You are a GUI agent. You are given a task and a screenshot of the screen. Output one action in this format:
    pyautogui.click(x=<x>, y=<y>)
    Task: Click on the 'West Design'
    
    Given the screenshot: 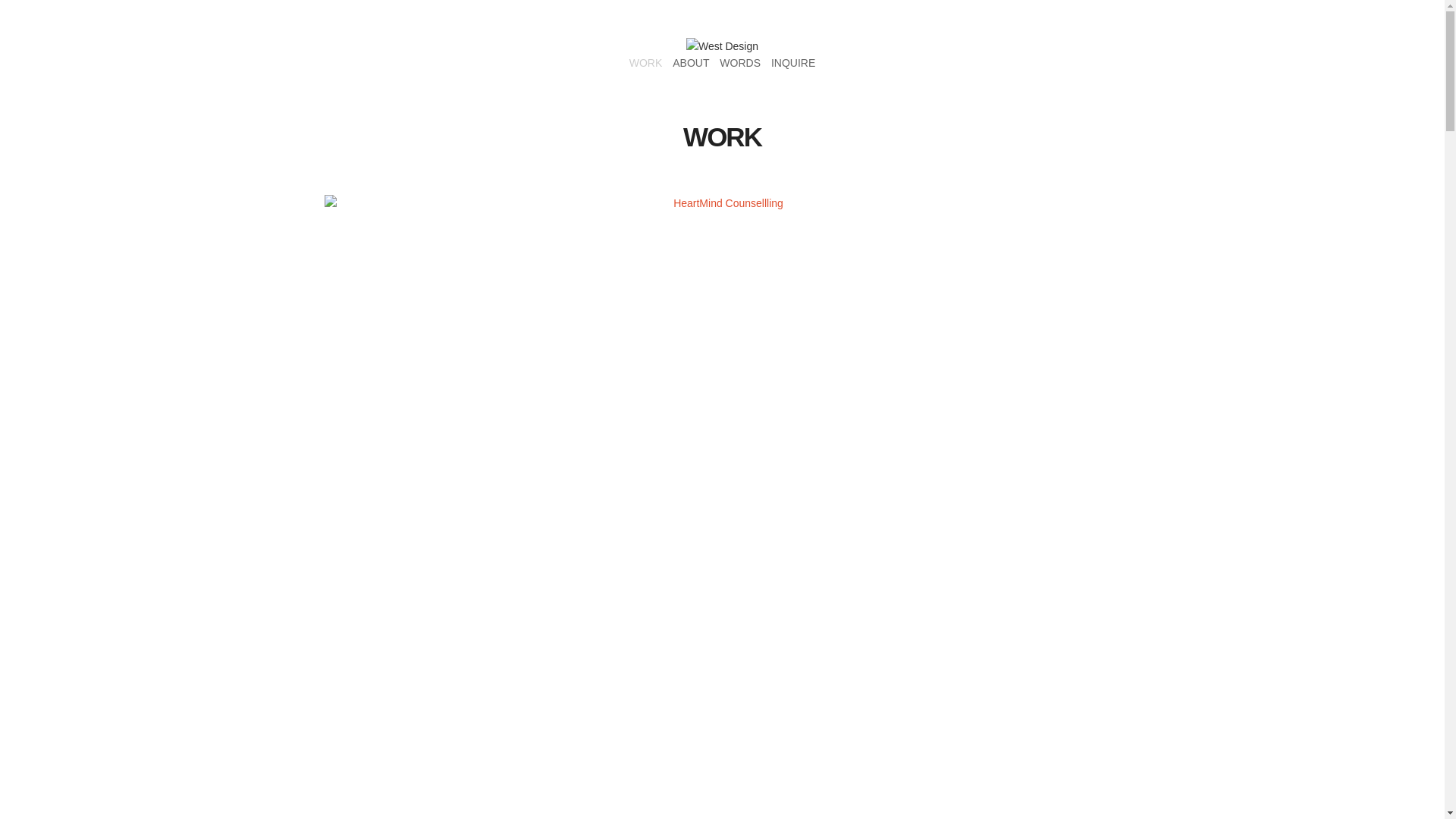 What is the action you would take?
    pyautogui.click(x=721, y=45)
    